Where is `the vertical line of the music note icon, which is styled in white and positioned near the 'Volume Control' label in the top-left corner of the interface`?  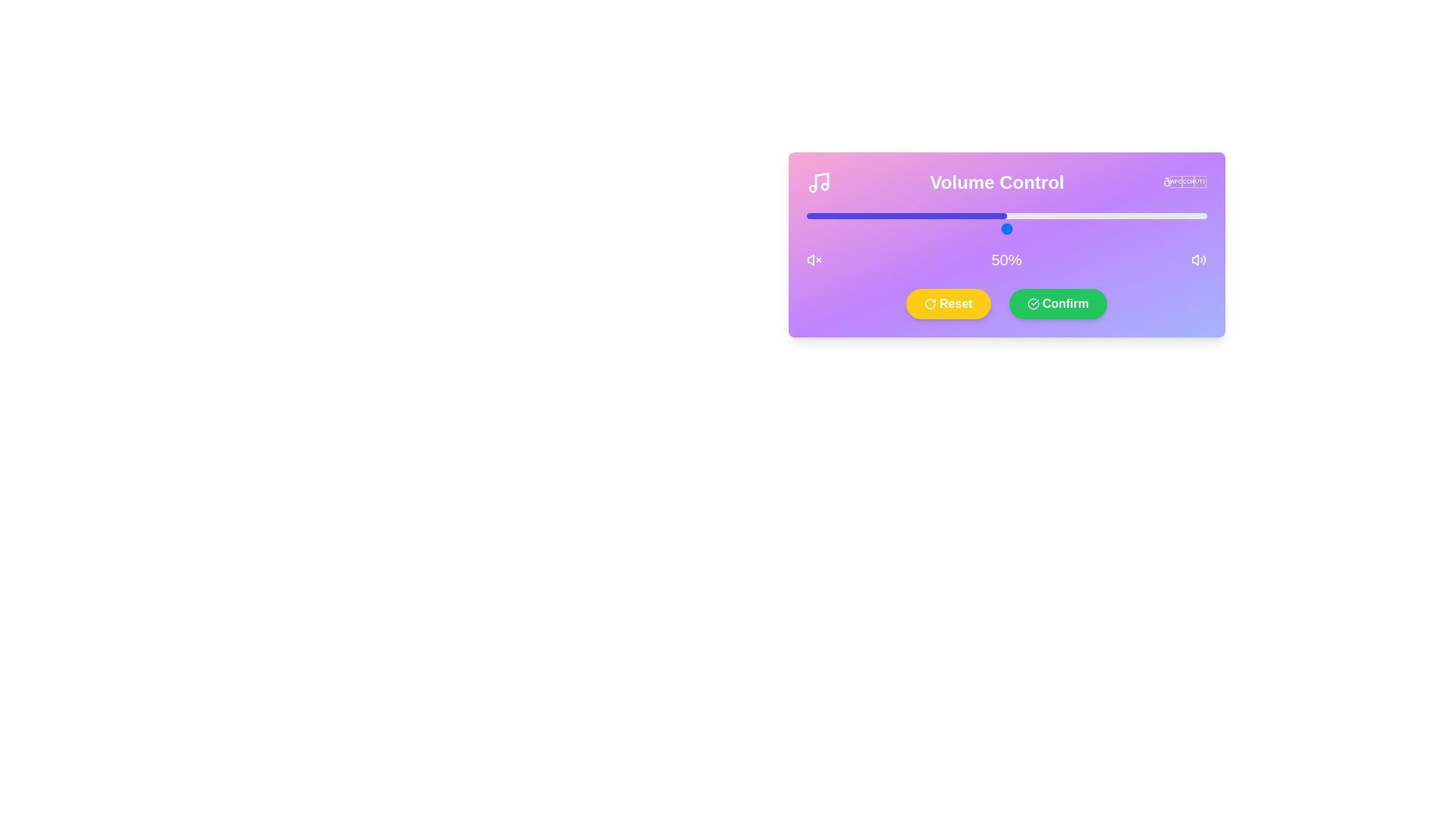
the vertical line of the music note icon, which is styled in white and positioned near the 'Volume Control' label in the top-left corner of the interface is located at coordinates (821, 180).